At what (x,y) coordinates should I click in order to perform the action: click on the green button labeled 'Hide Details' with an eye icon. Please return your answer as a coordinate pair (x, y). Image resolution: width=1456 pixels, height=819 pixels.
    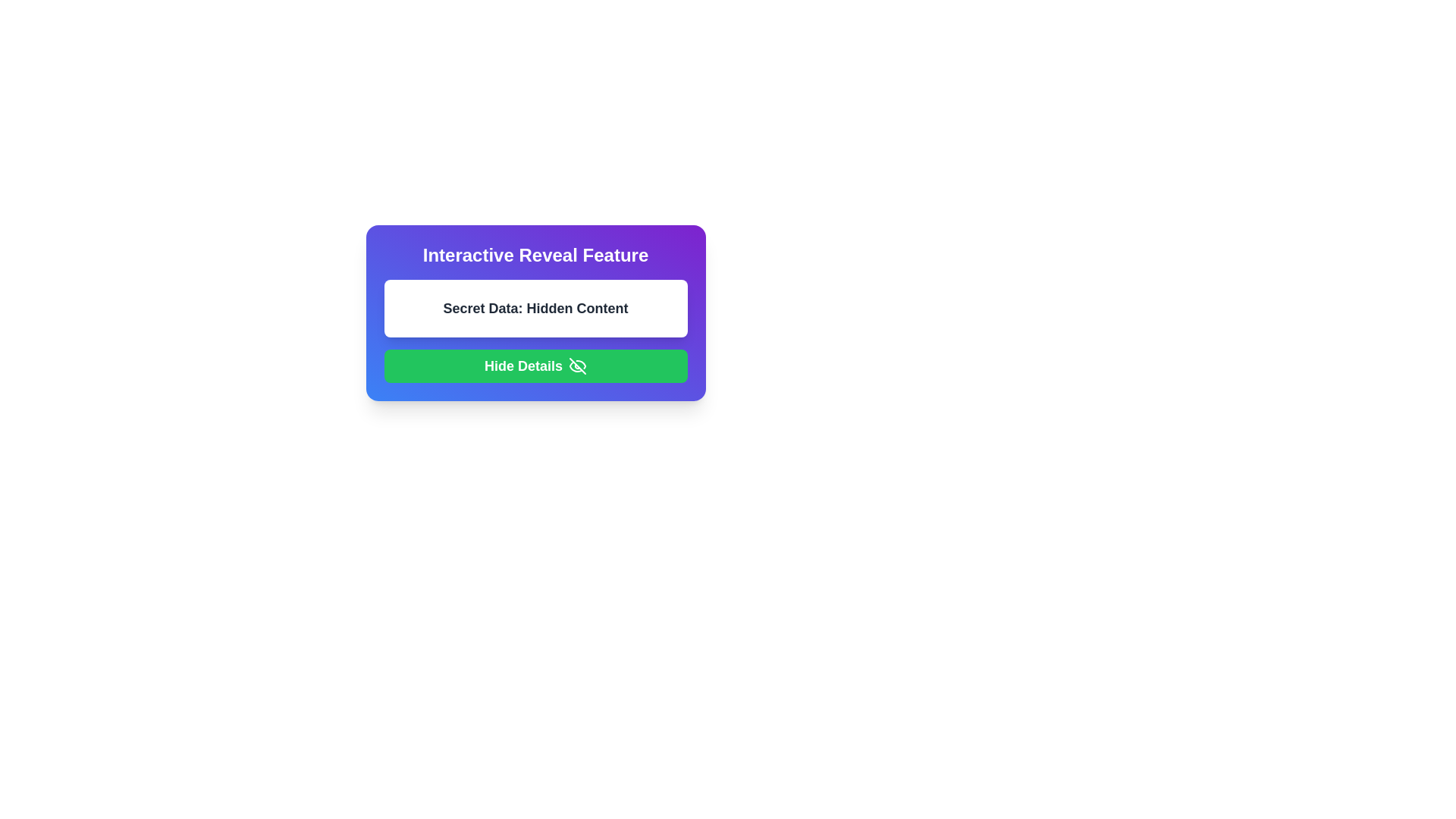
    Looking at the image, I should click on (535, 366).